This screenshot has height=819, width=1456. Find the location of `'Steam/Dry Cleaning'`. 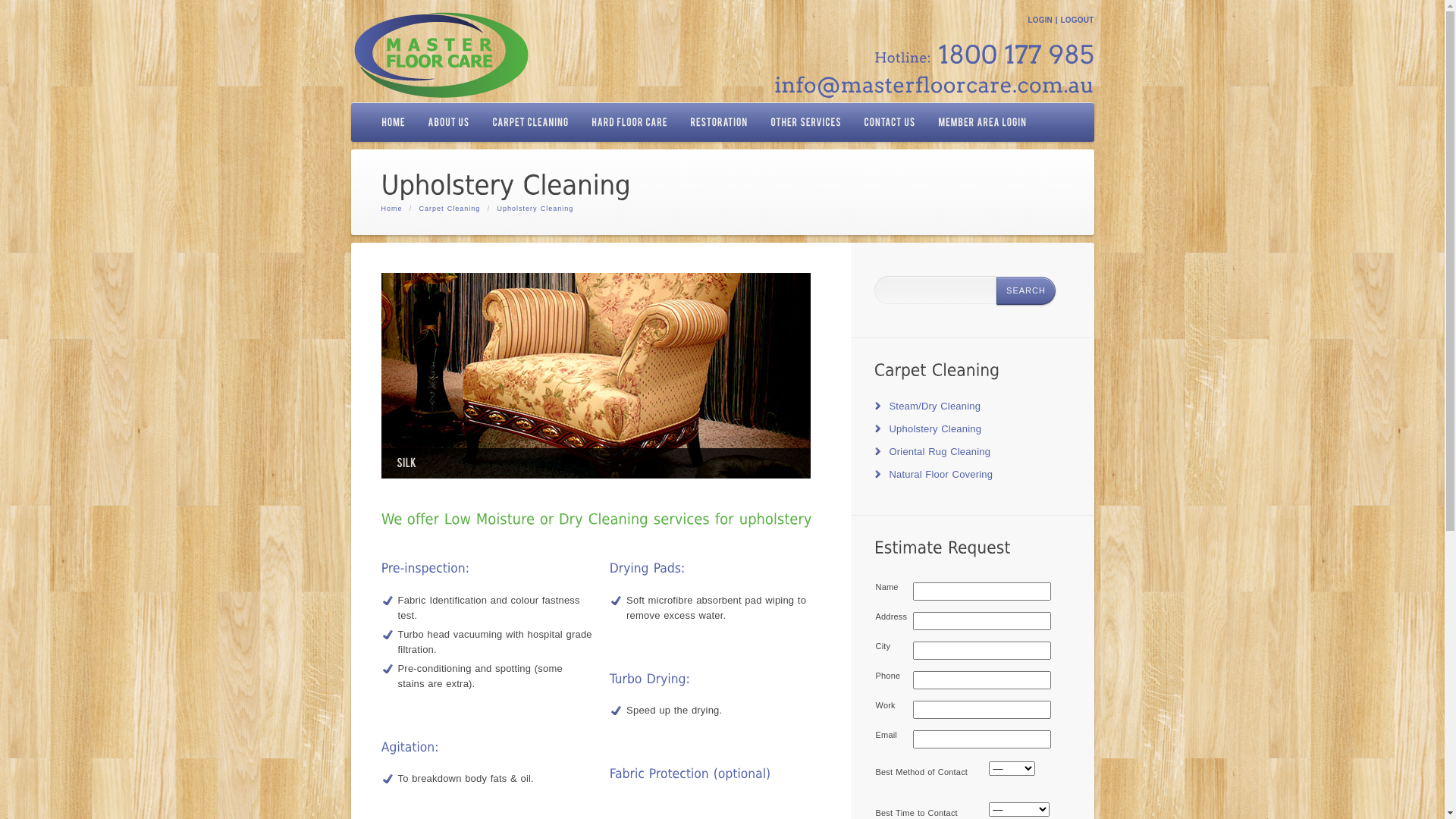

'Steam/Dry Cleaning' is located at coordinates (934, 405).